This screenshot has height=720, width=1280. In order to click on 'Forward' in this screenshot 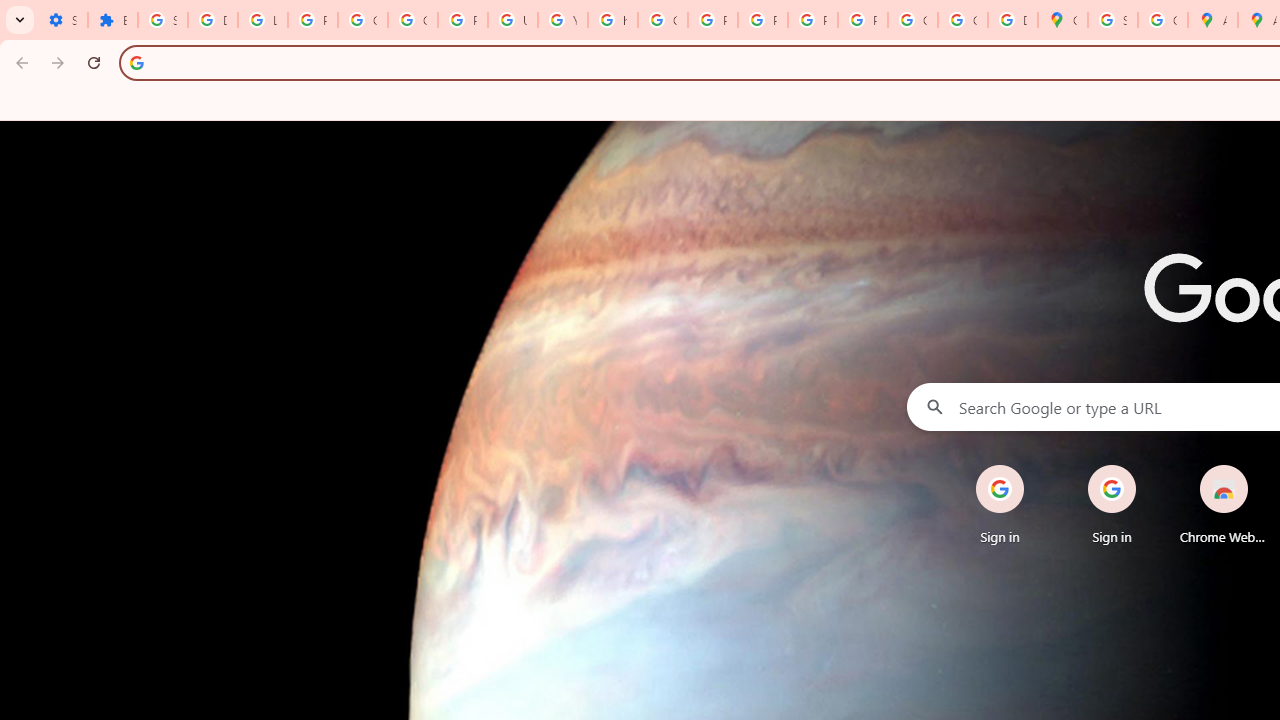, I will do `click(58, 61)`.